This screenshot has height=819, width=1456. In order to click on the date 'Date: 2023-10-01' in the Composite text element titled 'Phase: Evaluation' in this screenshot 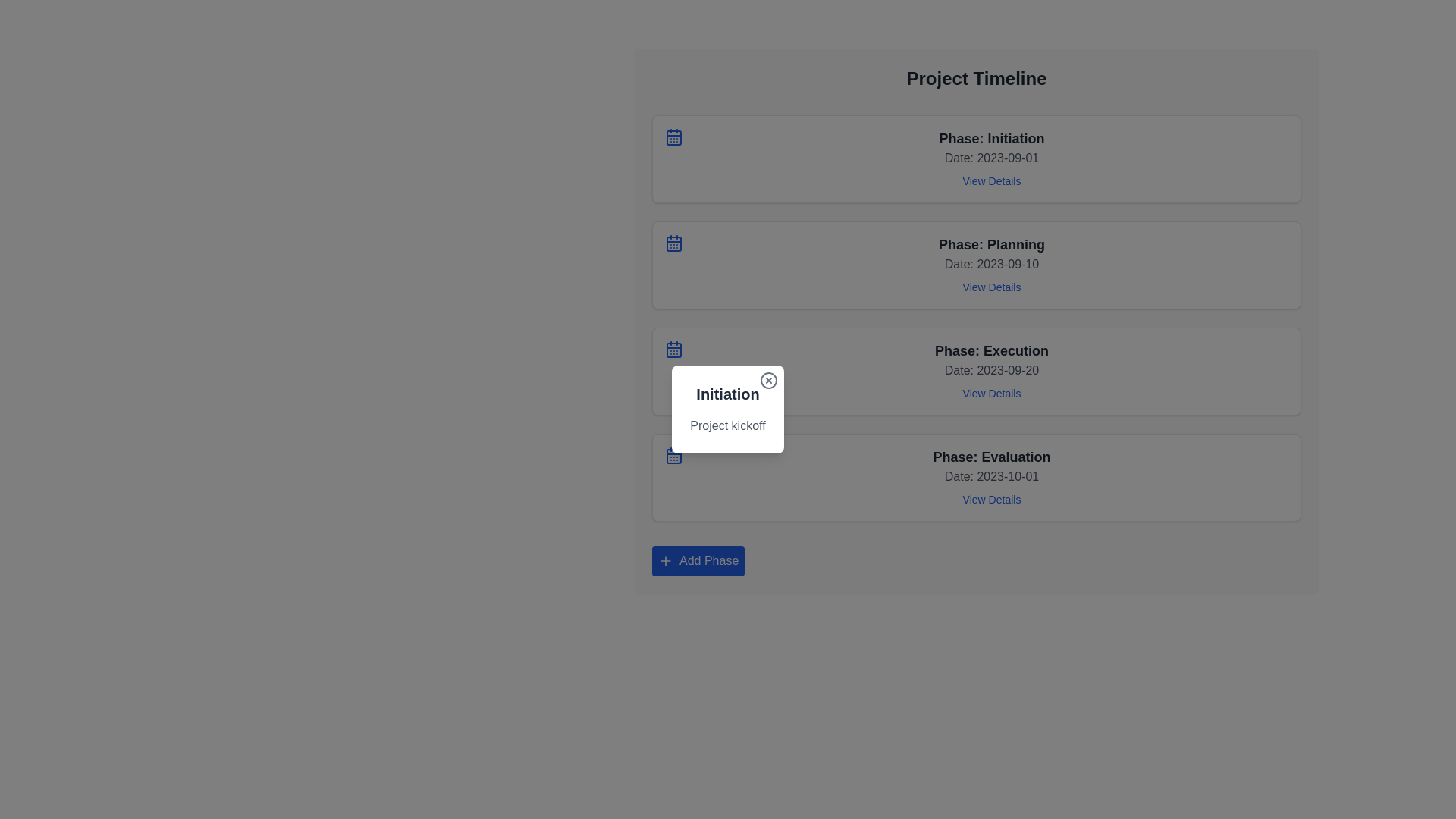, I will do `click(992, 476)`.